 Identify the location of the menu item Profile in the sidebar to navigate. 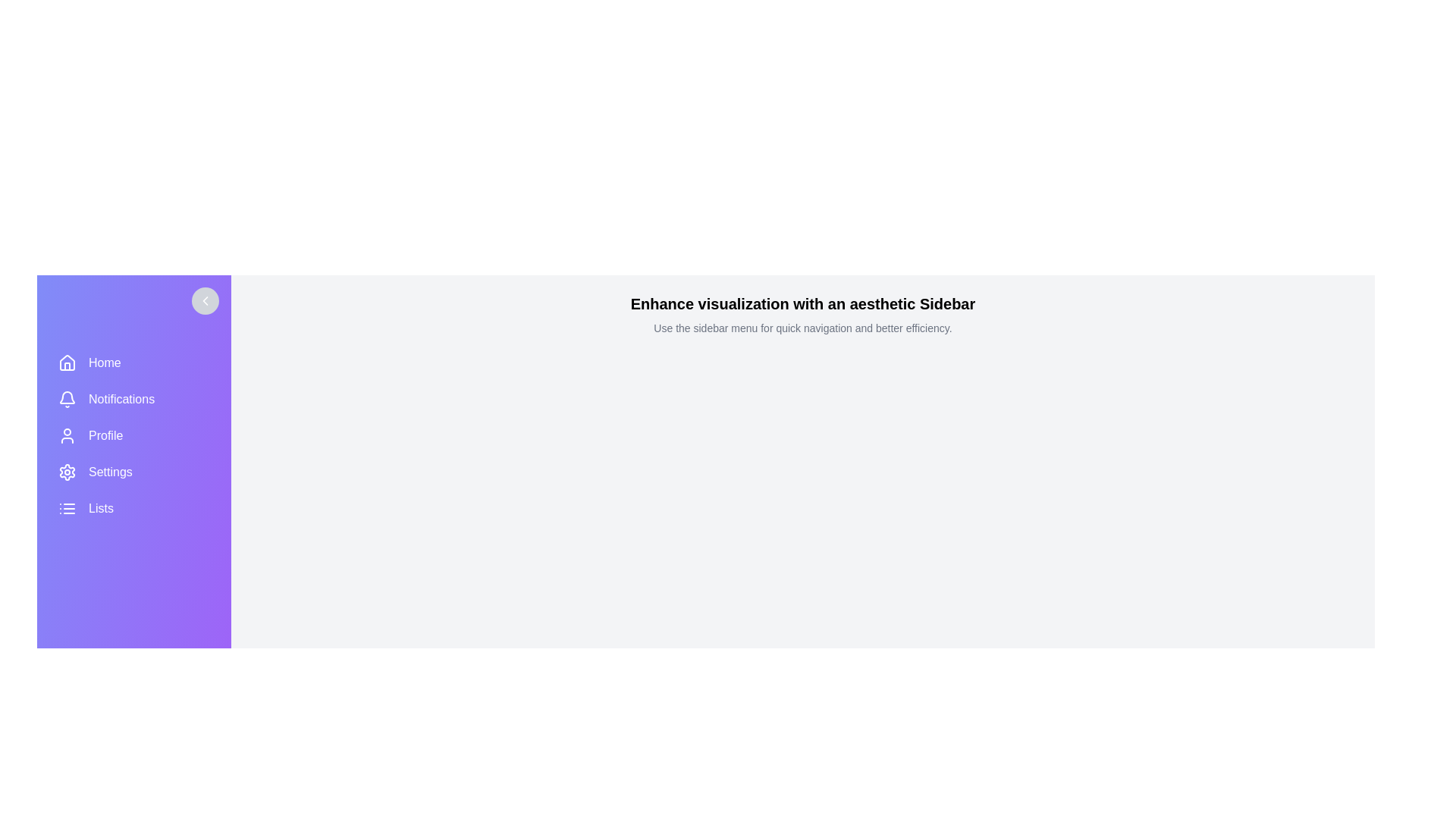
(134, 435).